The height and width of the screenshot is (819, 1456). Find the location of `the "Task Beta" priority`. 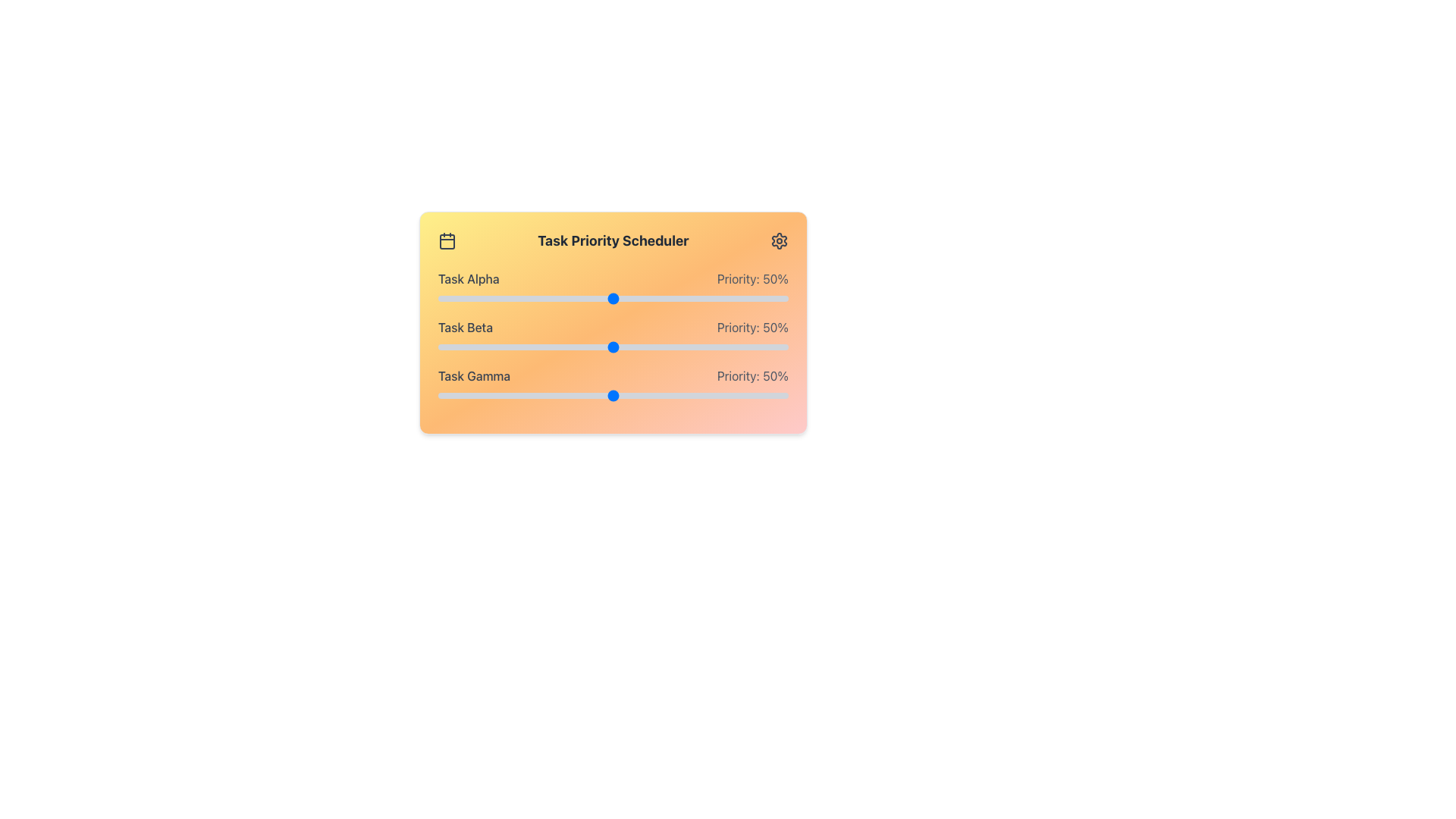

the "Task Beta" priority is located at coordinates (778, 347).